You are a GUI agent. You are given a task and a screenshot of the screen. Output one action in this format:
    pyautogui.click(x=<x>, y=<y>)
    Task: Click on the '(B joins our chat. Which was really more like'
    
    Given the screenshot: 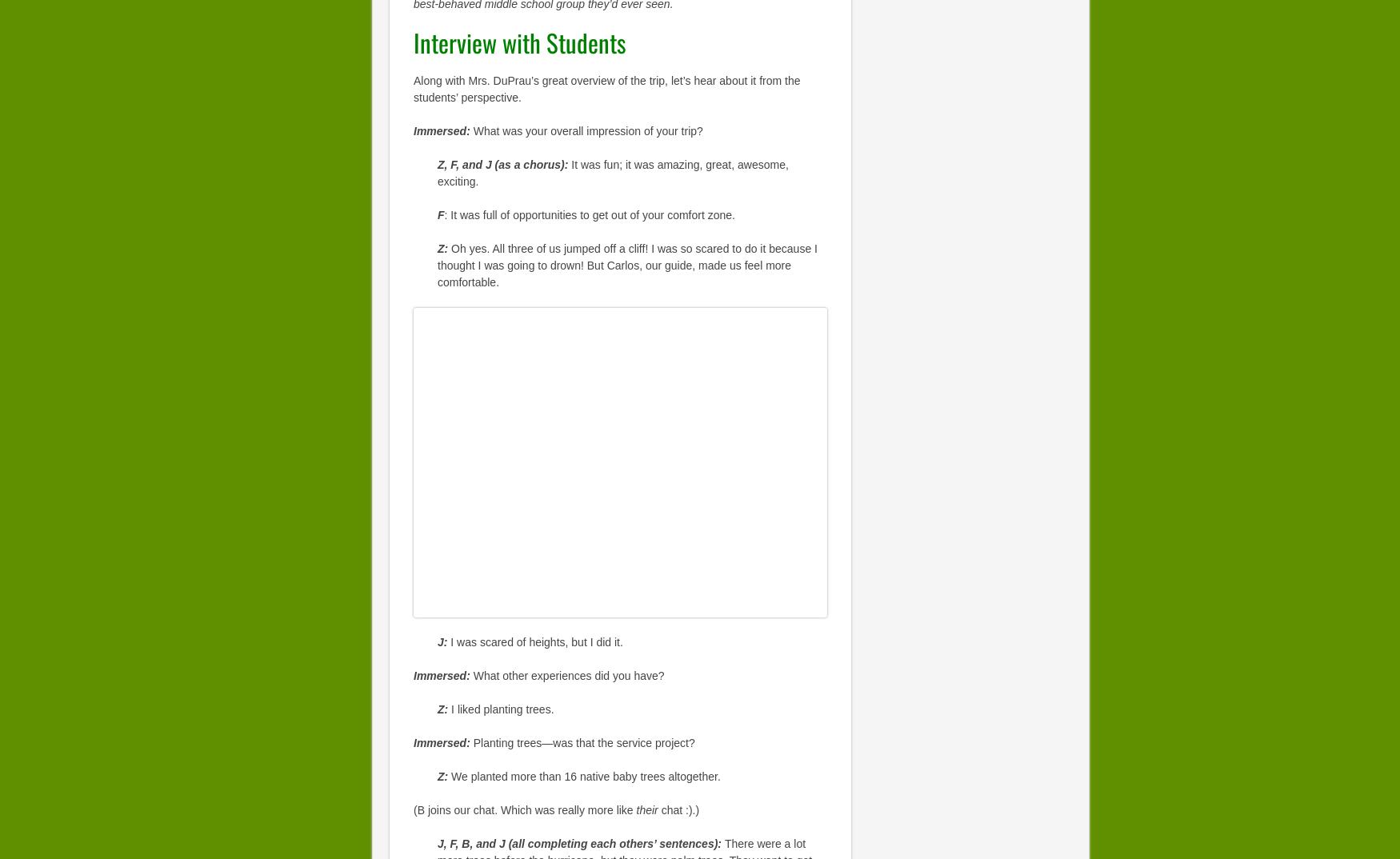 What is the action you would take?
    pyautogui.click(x=524, y=809)
    